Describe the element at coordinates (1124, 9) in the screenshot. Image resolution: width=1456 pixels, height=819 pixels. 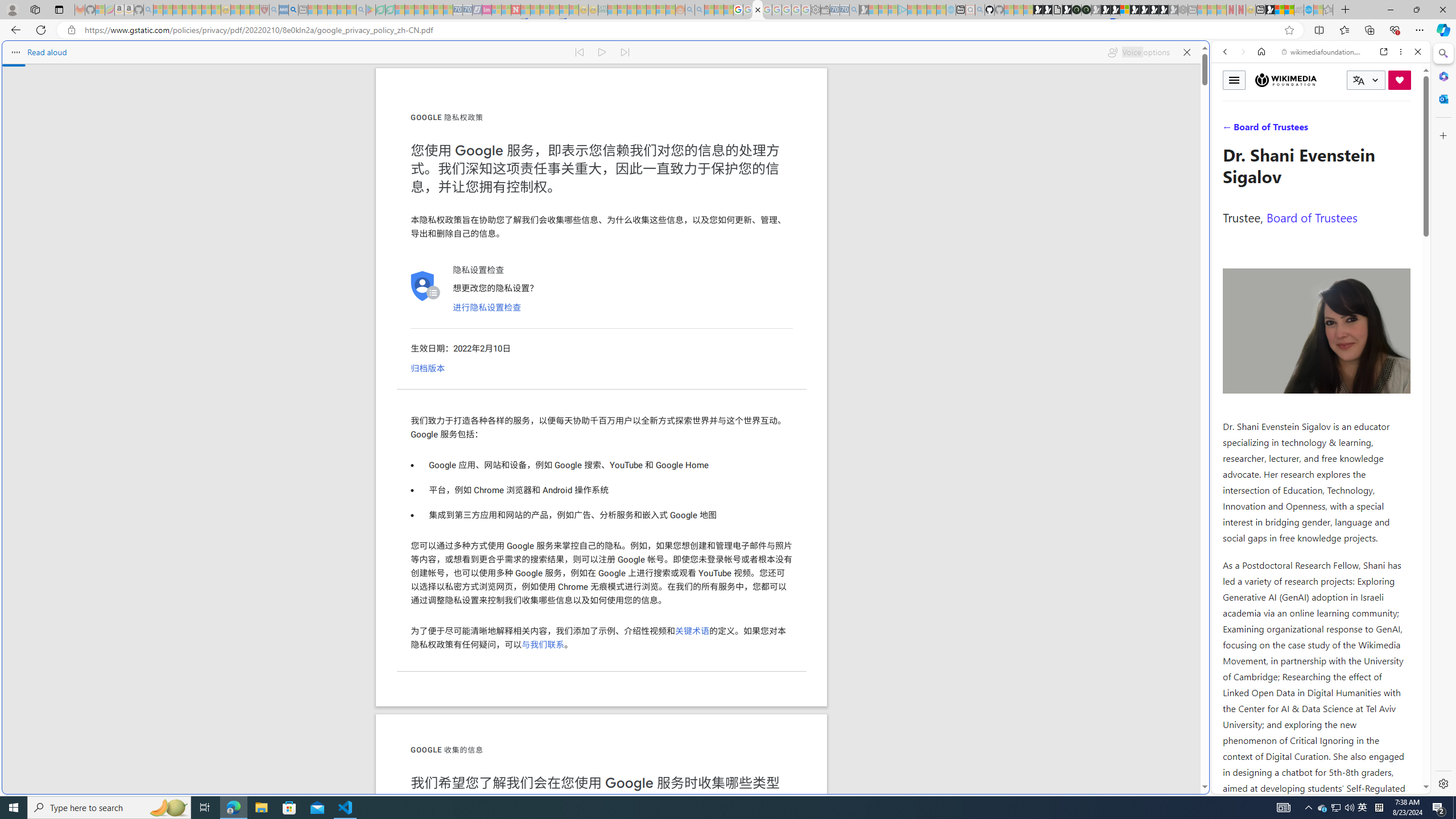
I see `'Sign in to your account'` at that location.